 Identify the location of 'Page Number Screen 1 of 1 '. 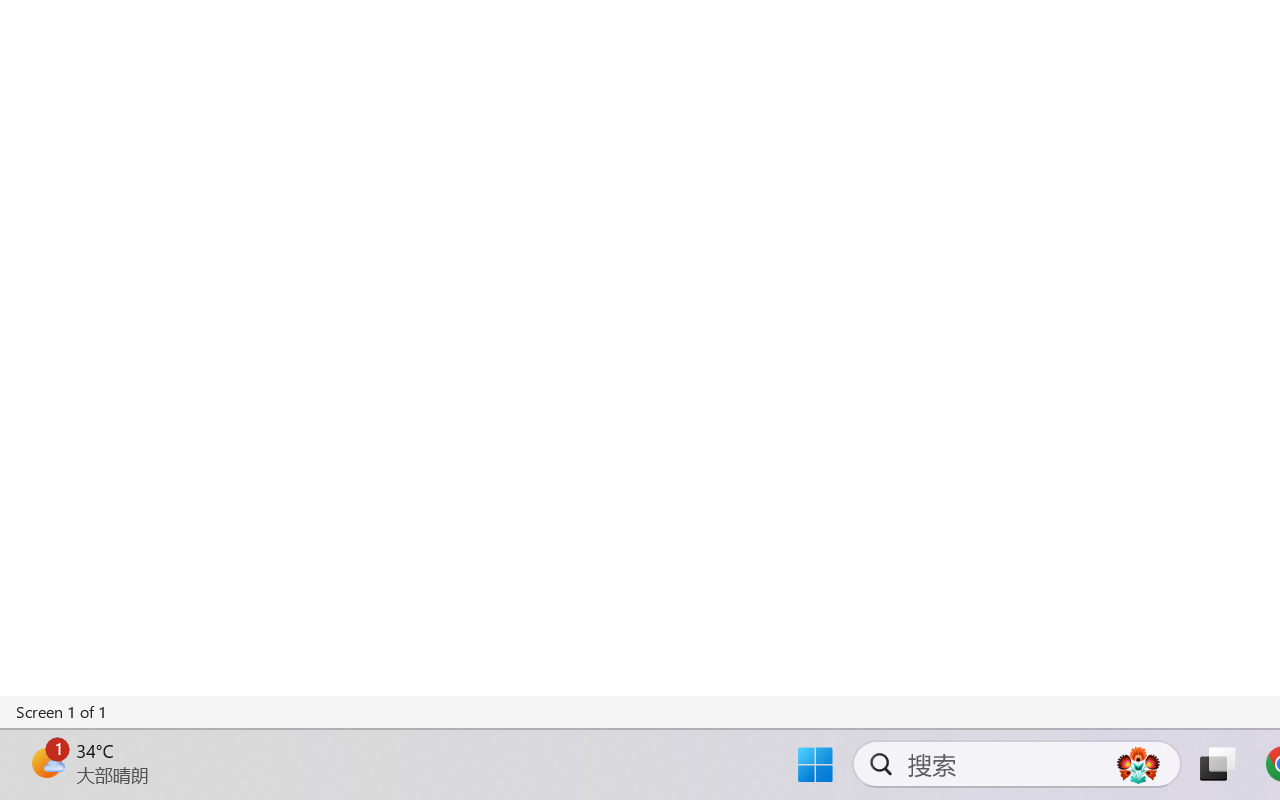
(62, 711).